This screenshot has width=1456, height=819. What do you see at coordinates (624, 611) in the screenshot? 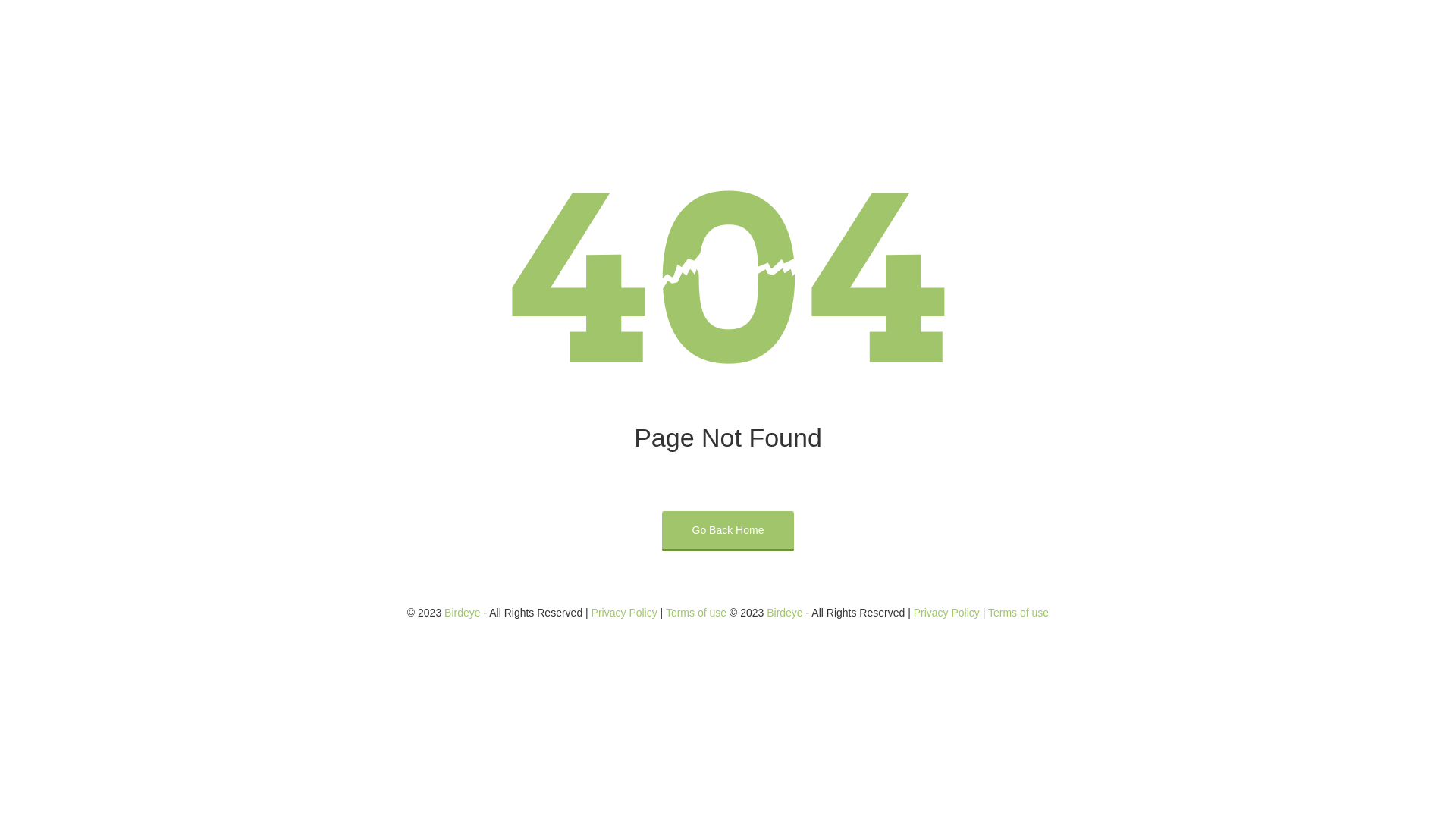
I see `'Privacy Policy'` at bounding box center [624, 611].